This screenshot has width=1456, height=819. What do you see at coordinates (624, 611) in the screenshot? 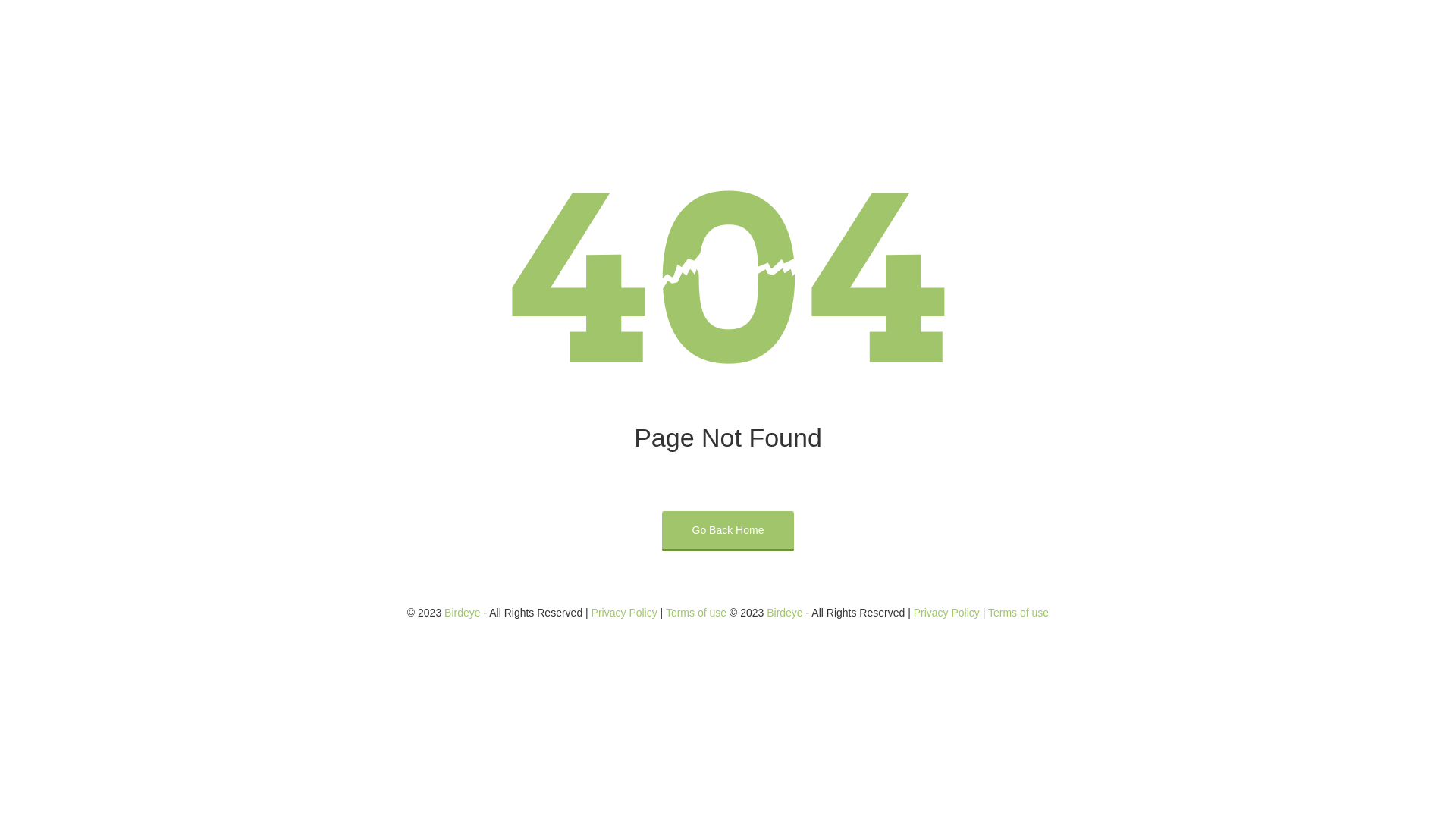
I see `'Privacy Policy'` at bounding box center [624, 611].